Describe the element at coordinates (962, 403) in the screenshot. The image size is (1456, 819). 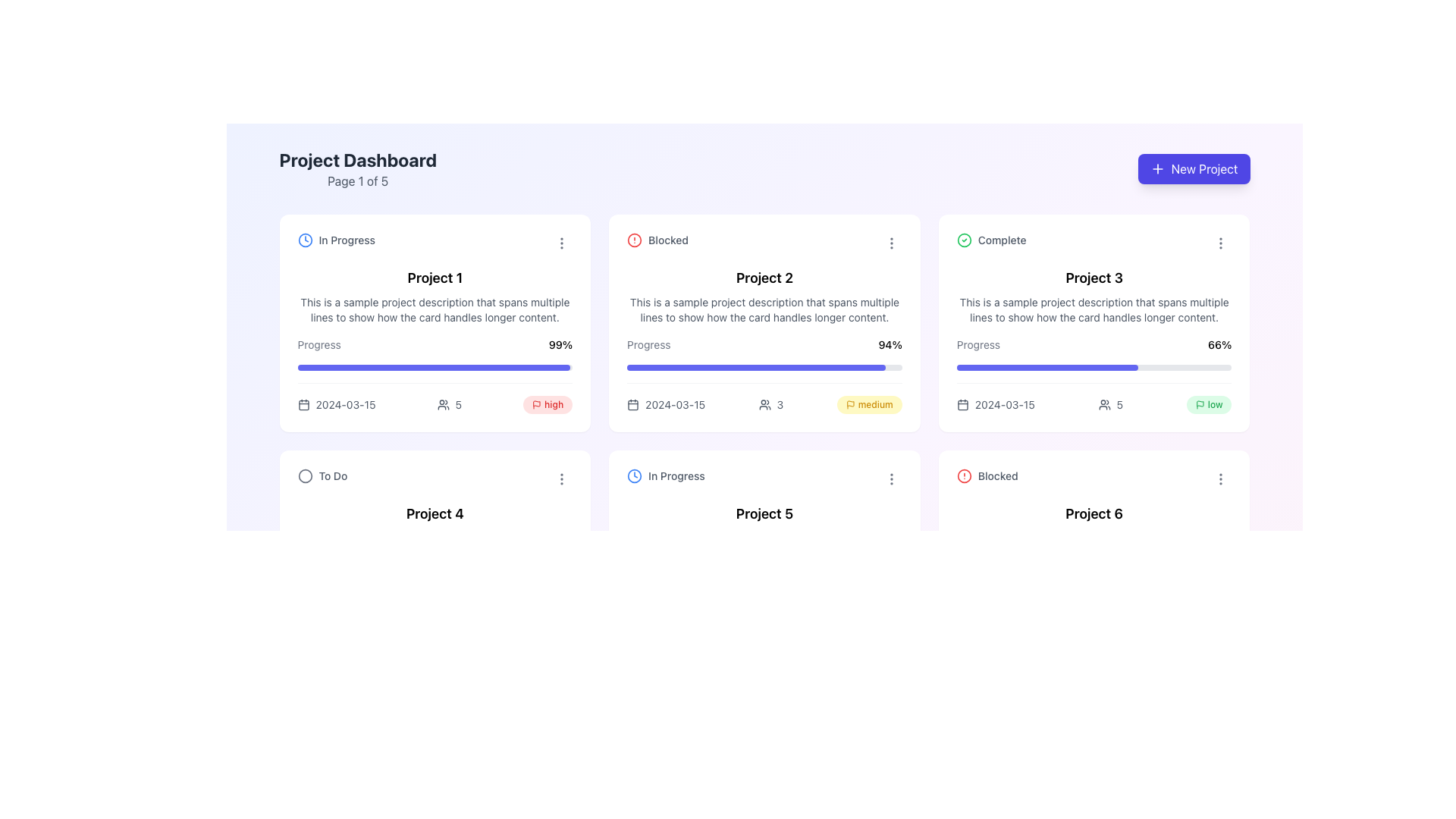
I see `small calendar icon located at the top left of the '2024-03-15' date label in the 'Complete' project card` at that location.